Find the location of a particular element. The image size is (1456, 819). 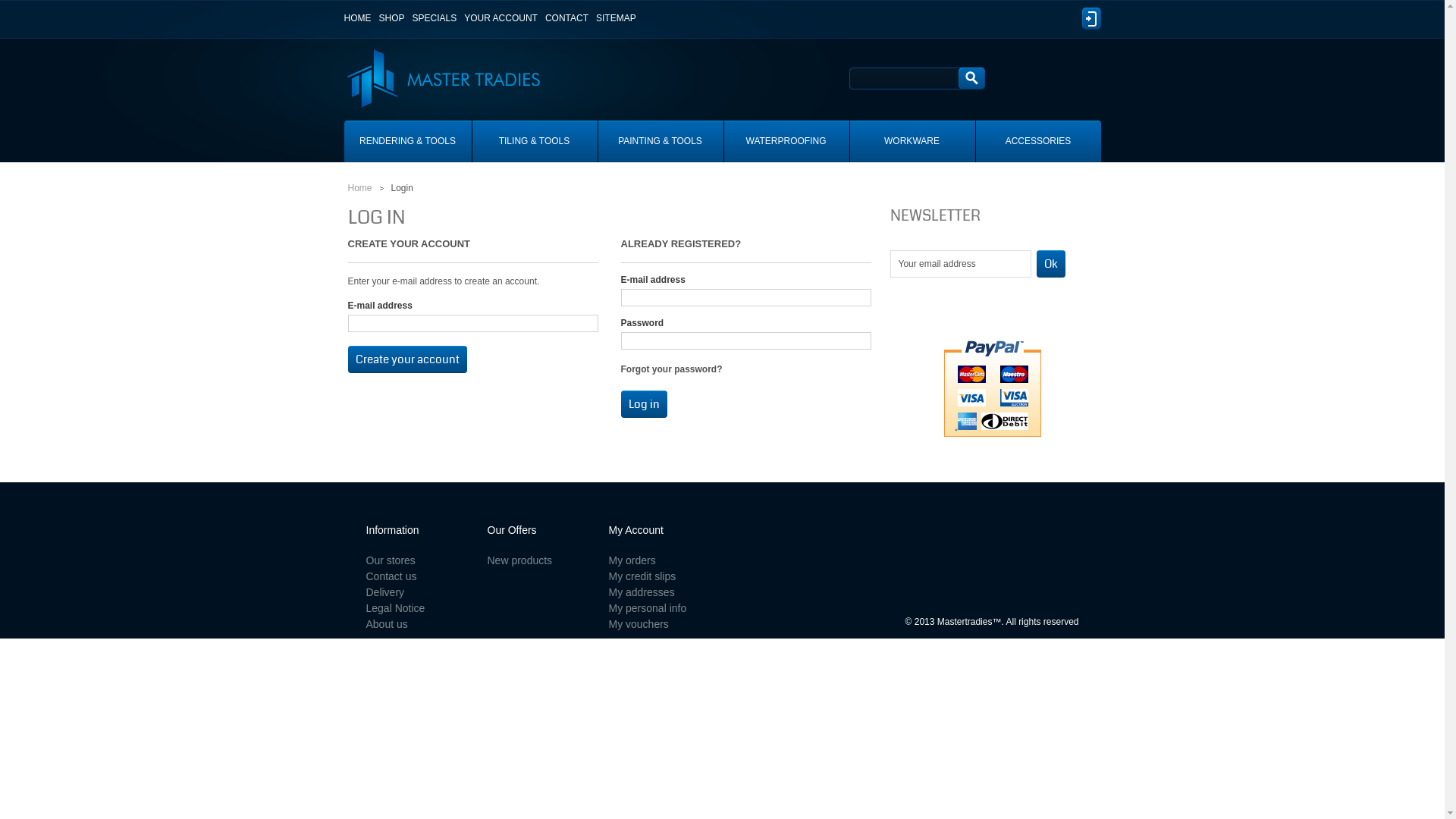

'TILING & TOOLS' is located at coordinates (534, 141).